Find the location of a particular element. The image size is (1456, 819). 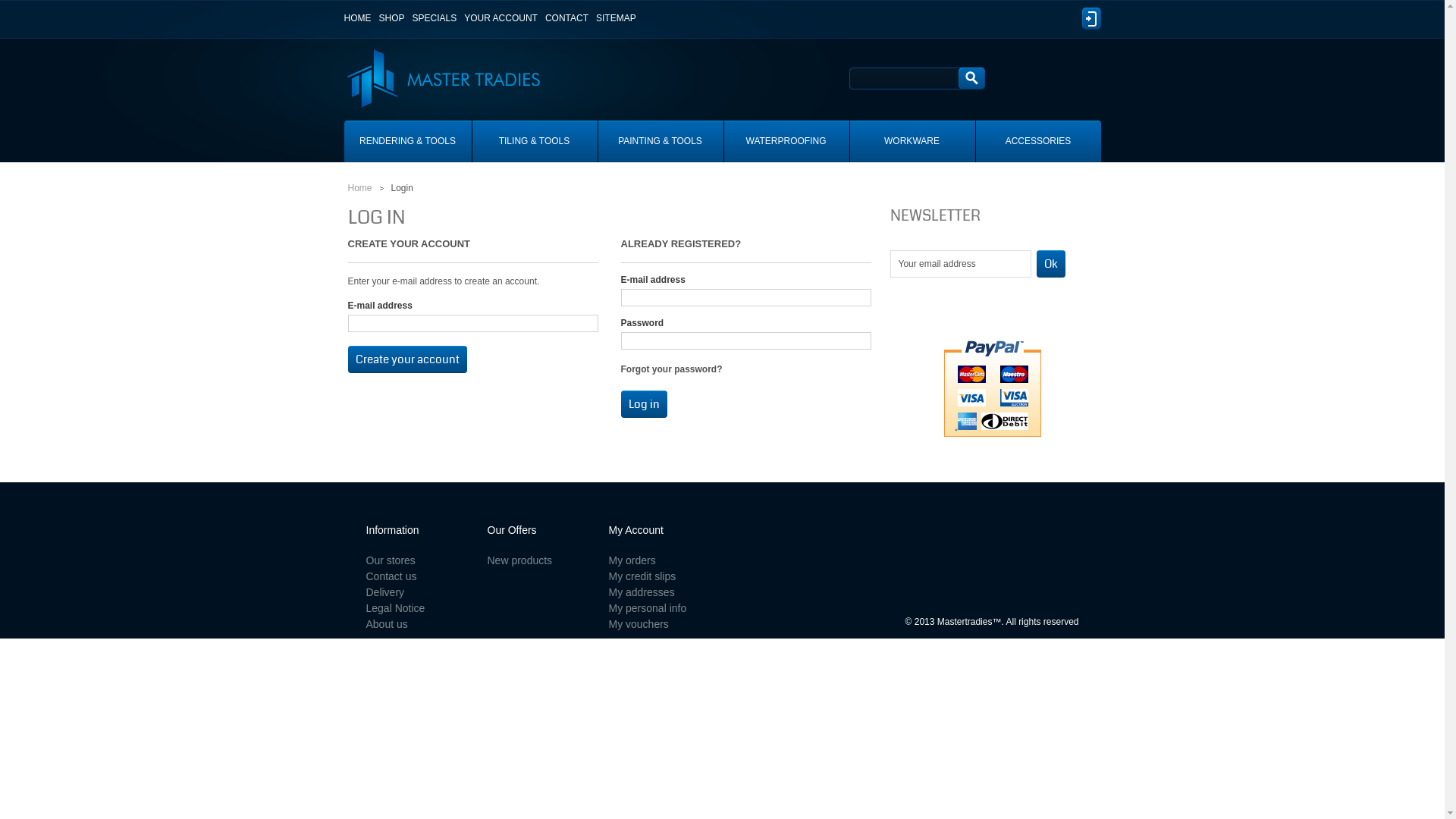

'TILING & TOOLS' is located at coordinates (534, 141).